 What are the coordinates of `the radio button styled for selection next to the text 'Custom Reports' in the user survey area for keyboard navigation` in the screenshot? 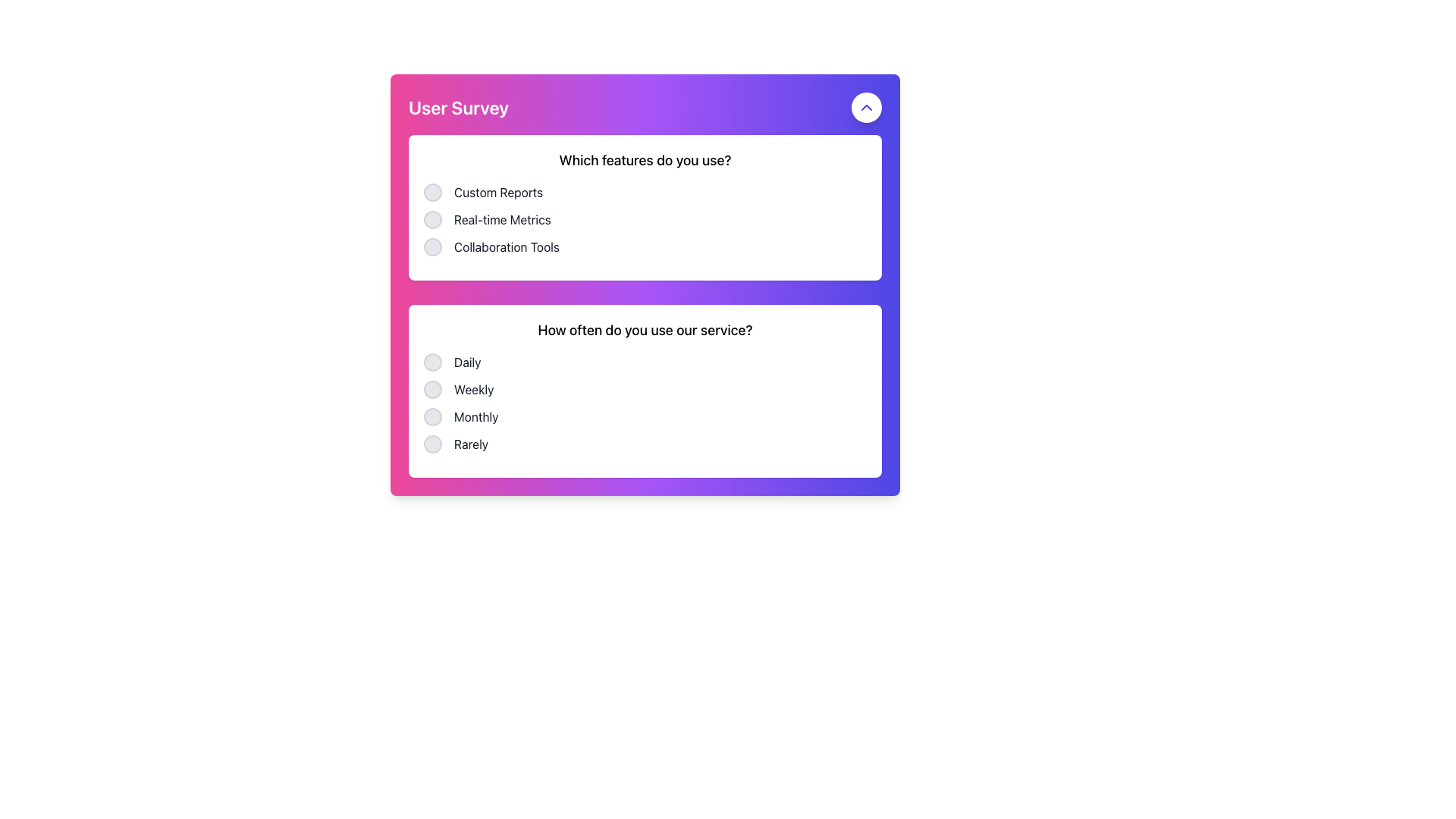 It's located at (432, 192).